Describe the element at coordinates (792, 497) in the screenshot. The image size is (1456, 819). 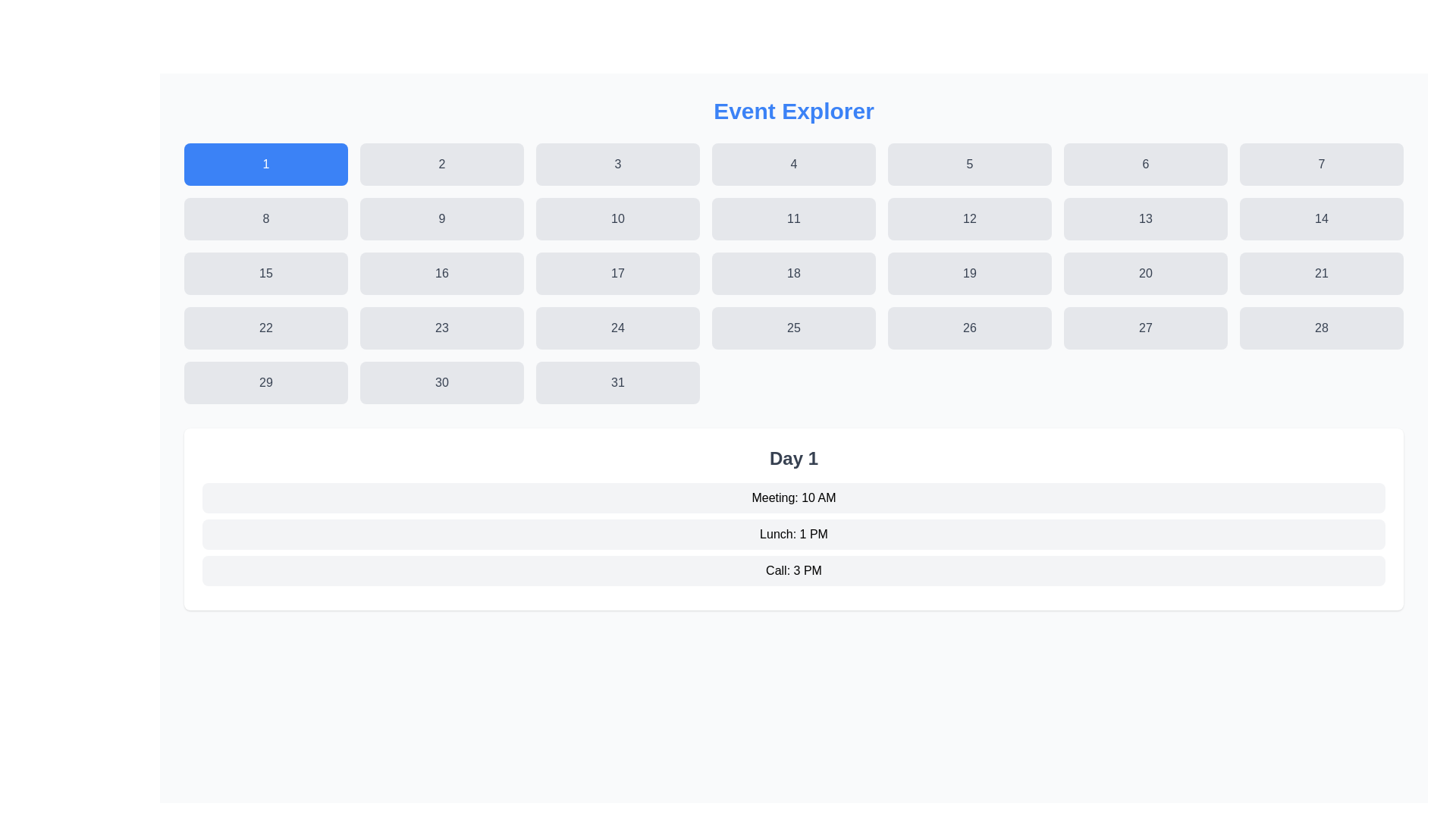
I see `the Text Label indicating an event scheduled for 10 AM, which is the first item in the 'Day 1' section, above 'Lunch: 1 PM' and 'Call: 3 PM'` at that location.